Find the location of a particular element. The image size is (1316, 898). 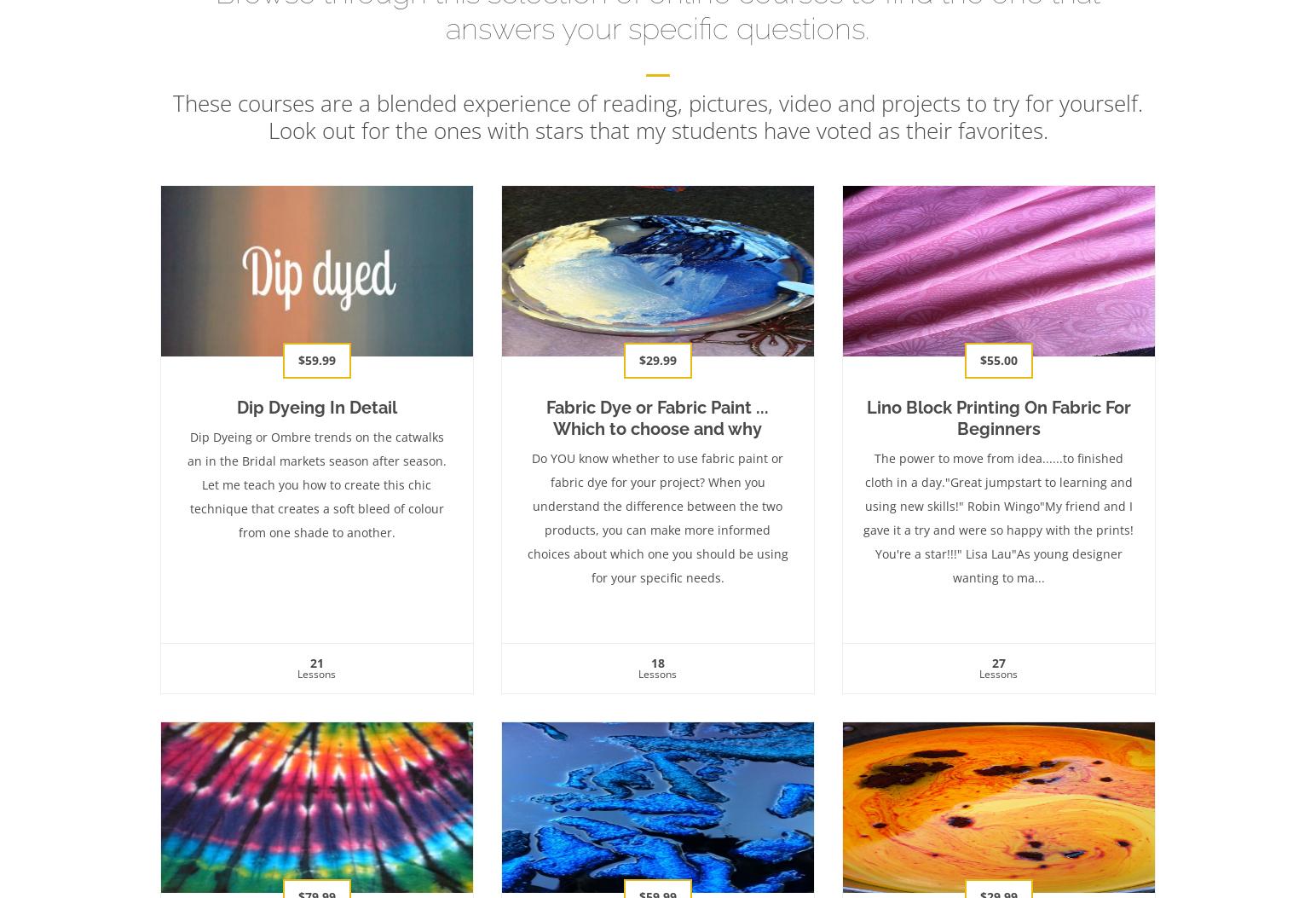

'Dip Dyeing or Ombre trends on the catwalks an in the Bridal markets season after season. Let me teach you how to create this chic technique that creates a soft bleed of colour from one shade to another.' is located at coordinates (316, 483).